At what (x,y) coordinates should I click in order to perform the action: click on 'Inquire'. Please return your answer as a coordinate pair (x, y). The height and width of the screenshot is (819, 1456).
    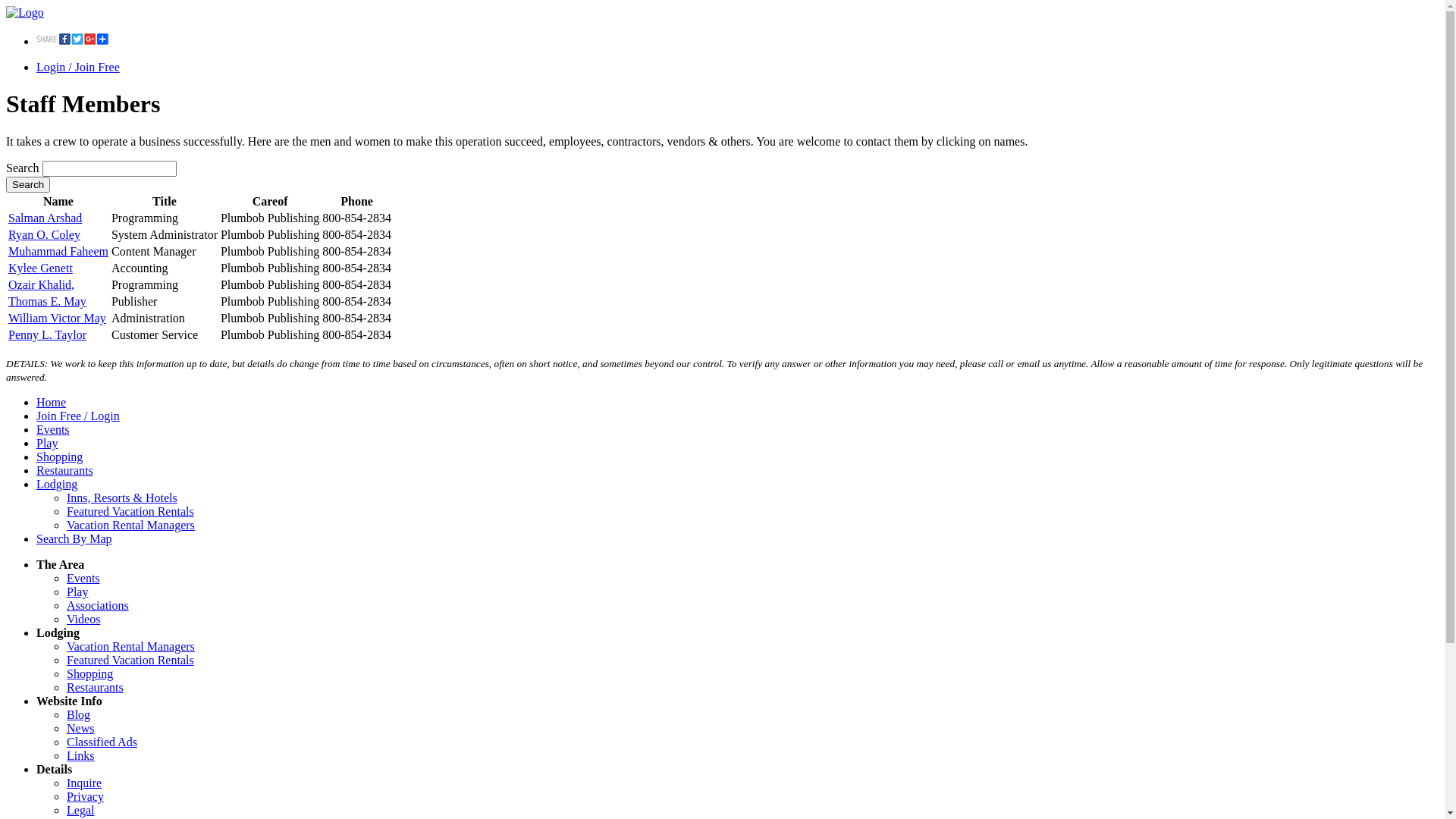
    Looking at the image, I should click on (83, 783).